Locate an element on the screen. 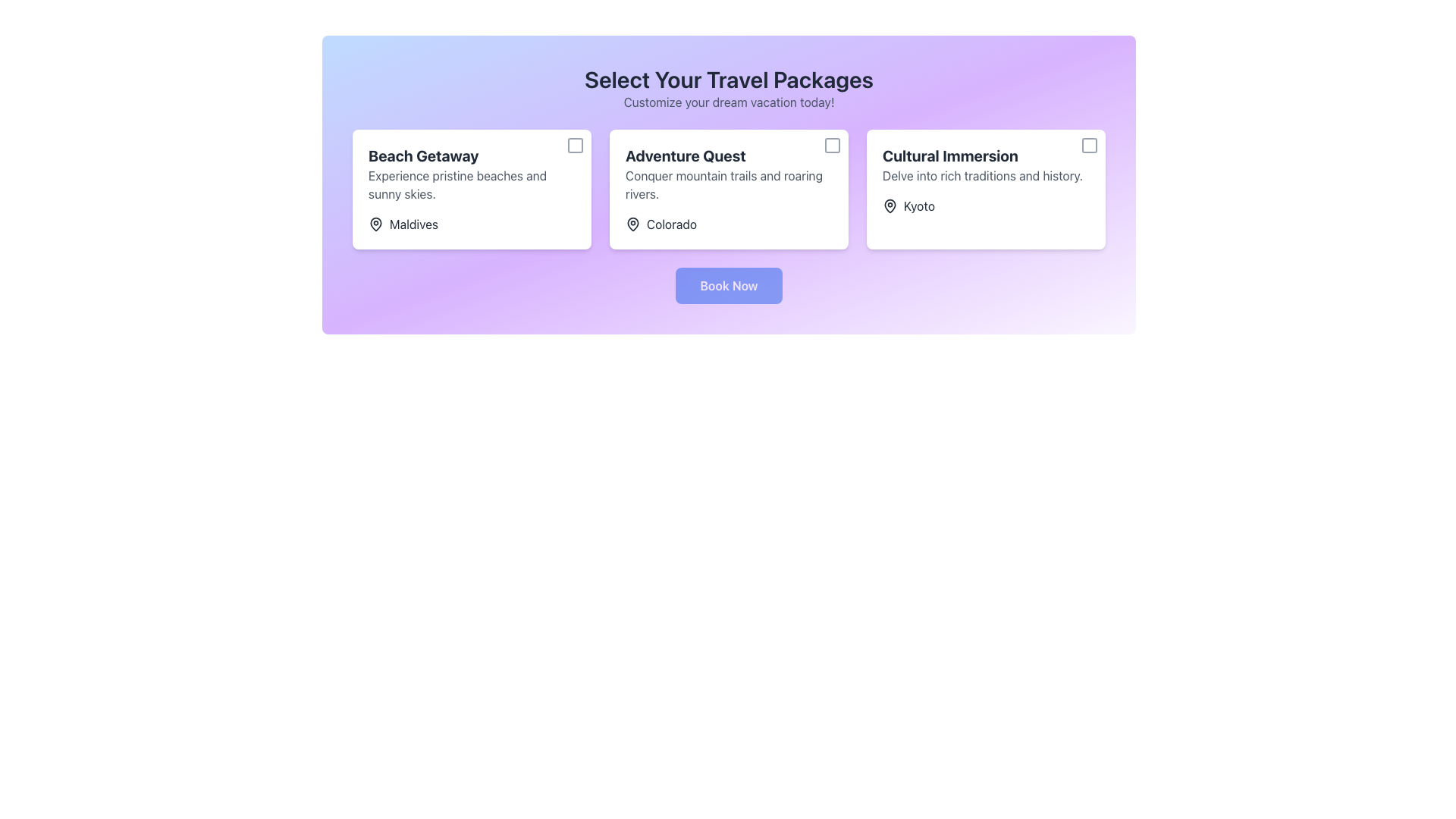 This screenshot has height=819, width=1456. the informational text that provides an overview of the travel package titled 'Beach Getaway', located centrally below the title within its card is located at coordinates (471, 184).